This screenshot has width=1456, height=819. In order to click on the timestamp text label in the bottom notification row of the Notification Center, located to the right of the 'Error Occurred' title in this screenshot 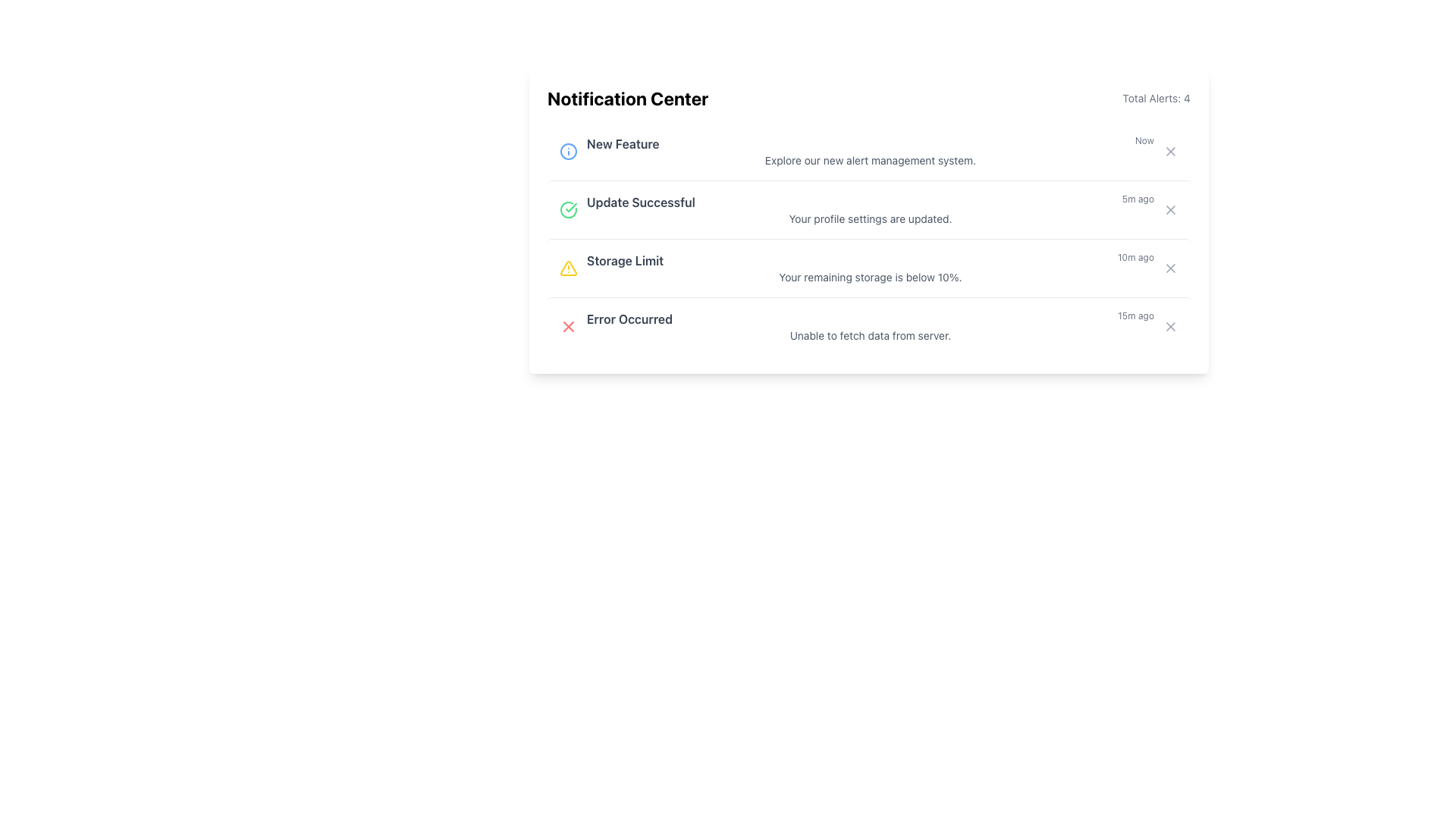, I will do `click(1136, 318)`.